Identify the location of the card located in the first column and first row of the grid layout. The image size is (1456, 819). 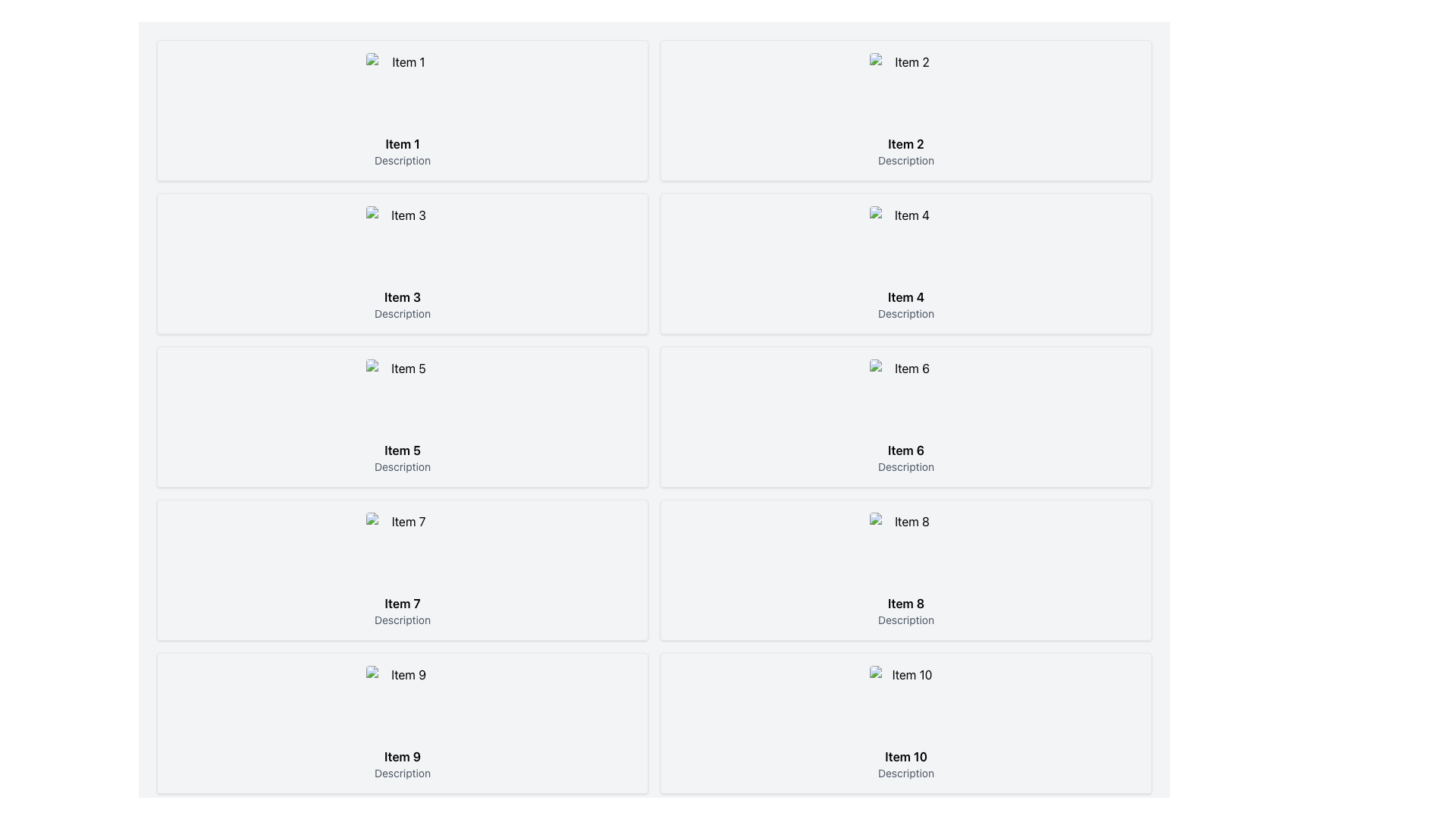
(403, 110).